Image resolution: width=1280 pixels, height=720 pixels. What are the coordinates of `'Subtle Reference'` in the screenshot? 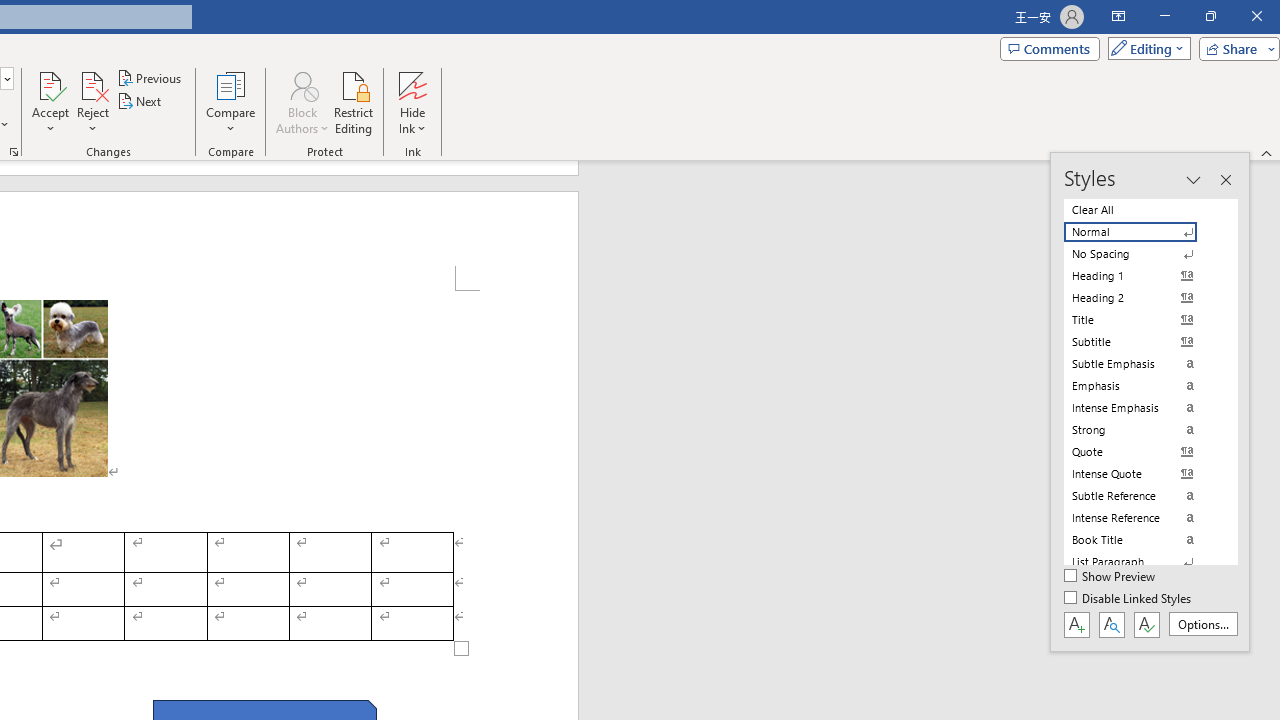 It's located at (1142, 495).